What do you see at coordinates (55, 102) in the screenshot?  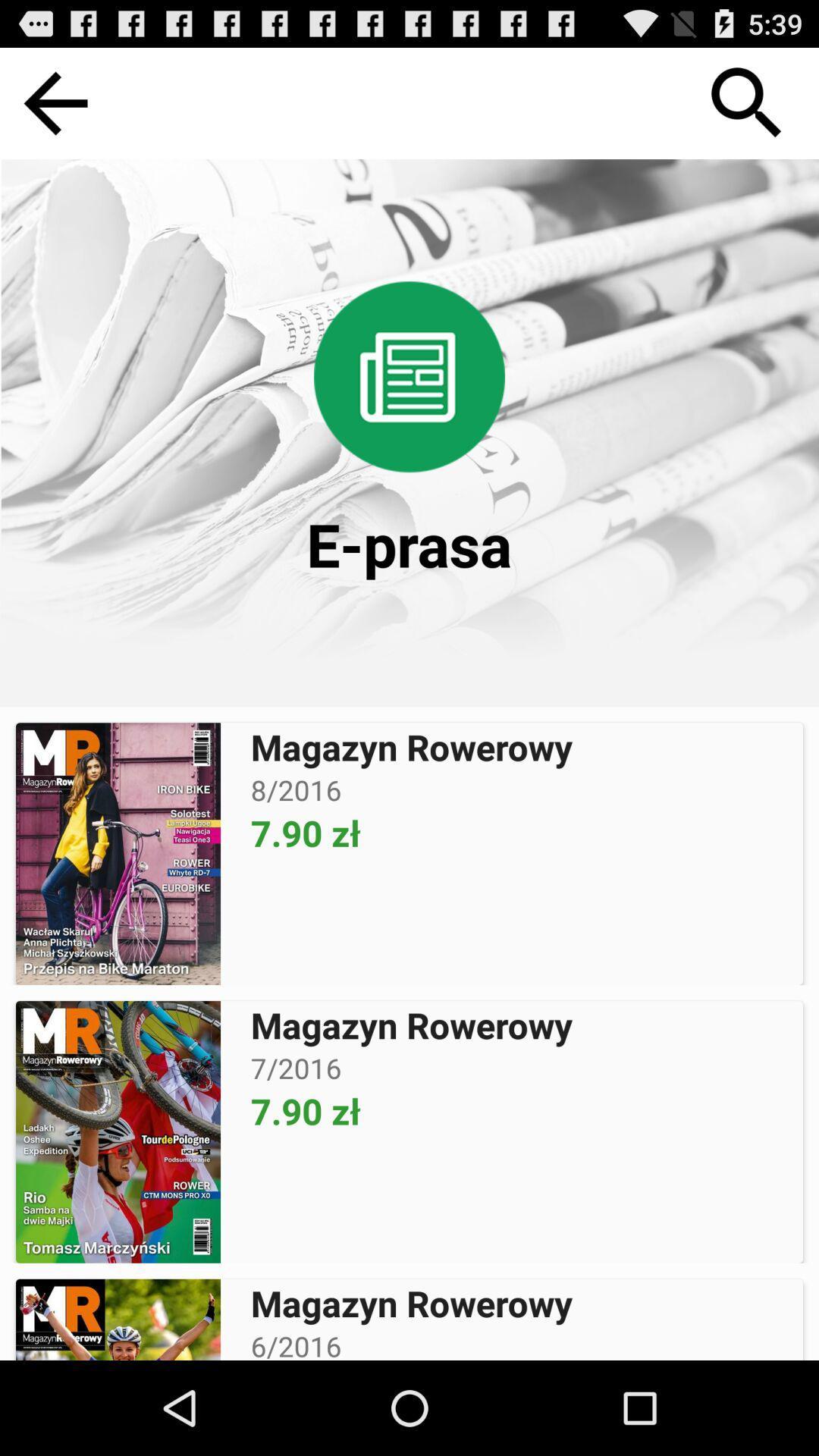 I see `icon at the top left corner` at bounding box center [55, 102].